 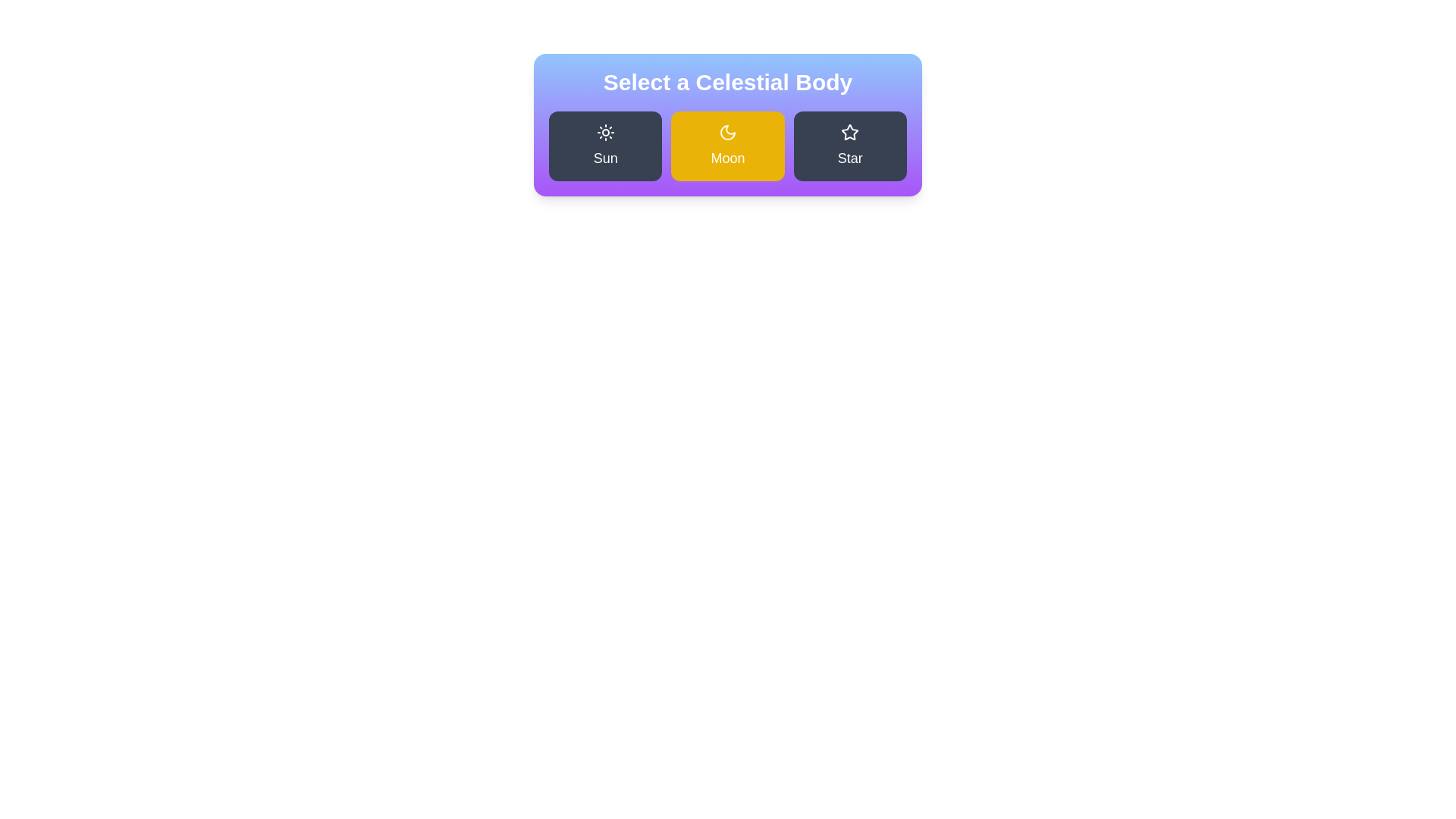 I want to click on the celestial body icon Moon, so click(x=728, y=146).